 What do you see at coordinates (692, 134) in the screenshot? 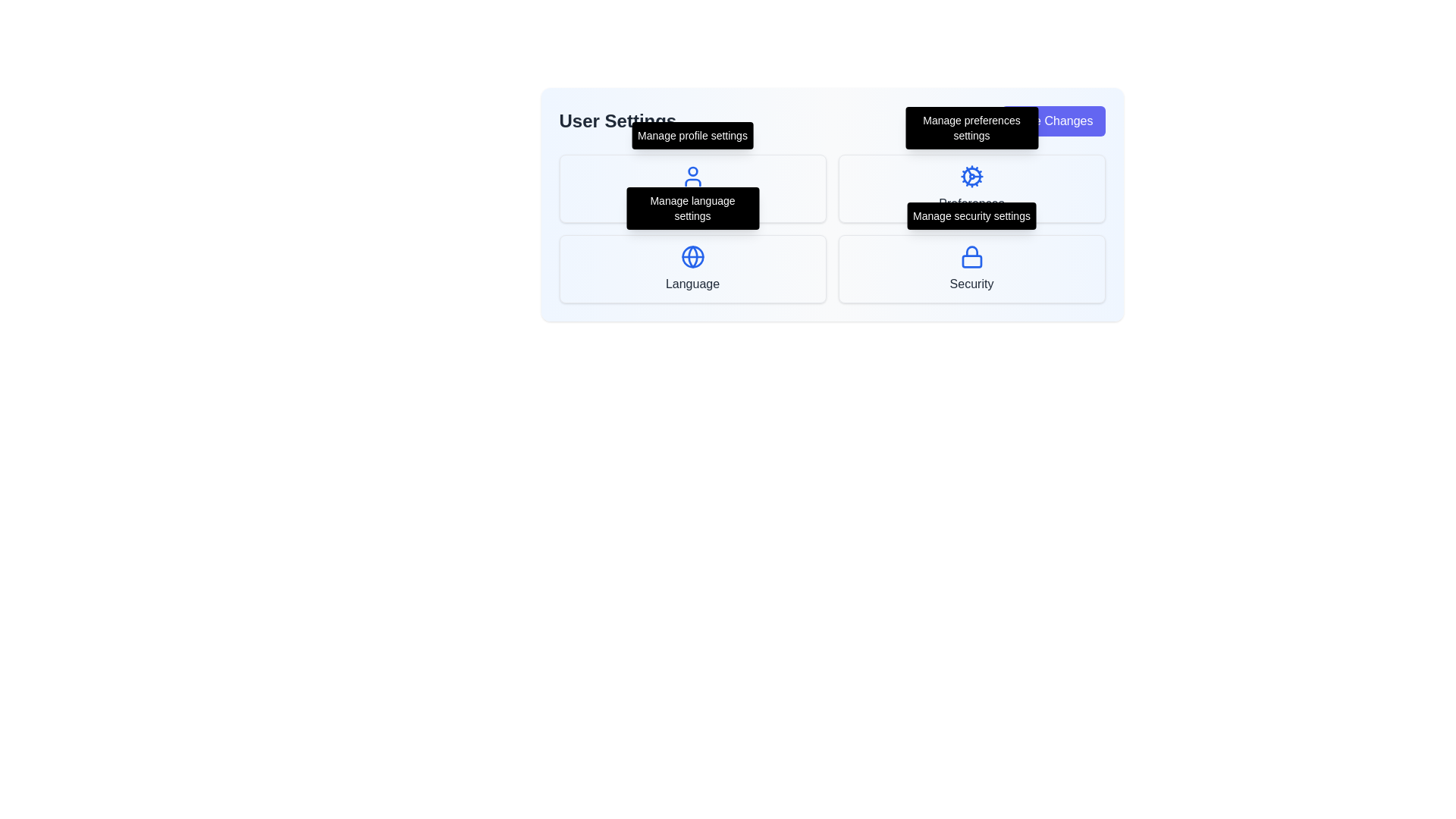
I see `the tooltip label displaying 'Manage profile settings', which is centrally aligned above the 'User Settings' label and features a black background with rounded edges` at bounding box center [692, 134].